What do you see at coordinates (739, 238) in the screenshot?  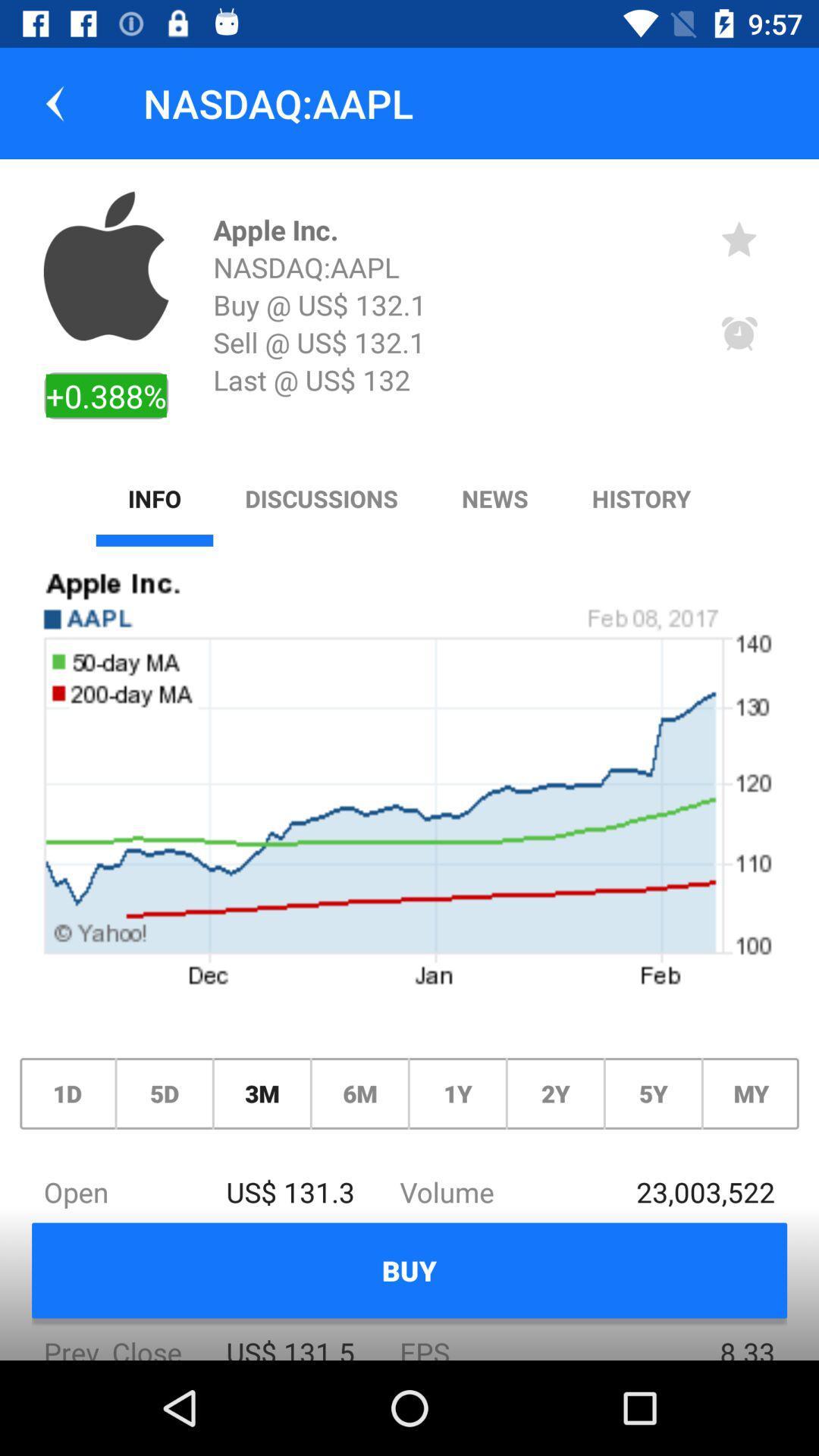 I see `the icon to the right of apple inc. icon` at bounding box center [739, 238].